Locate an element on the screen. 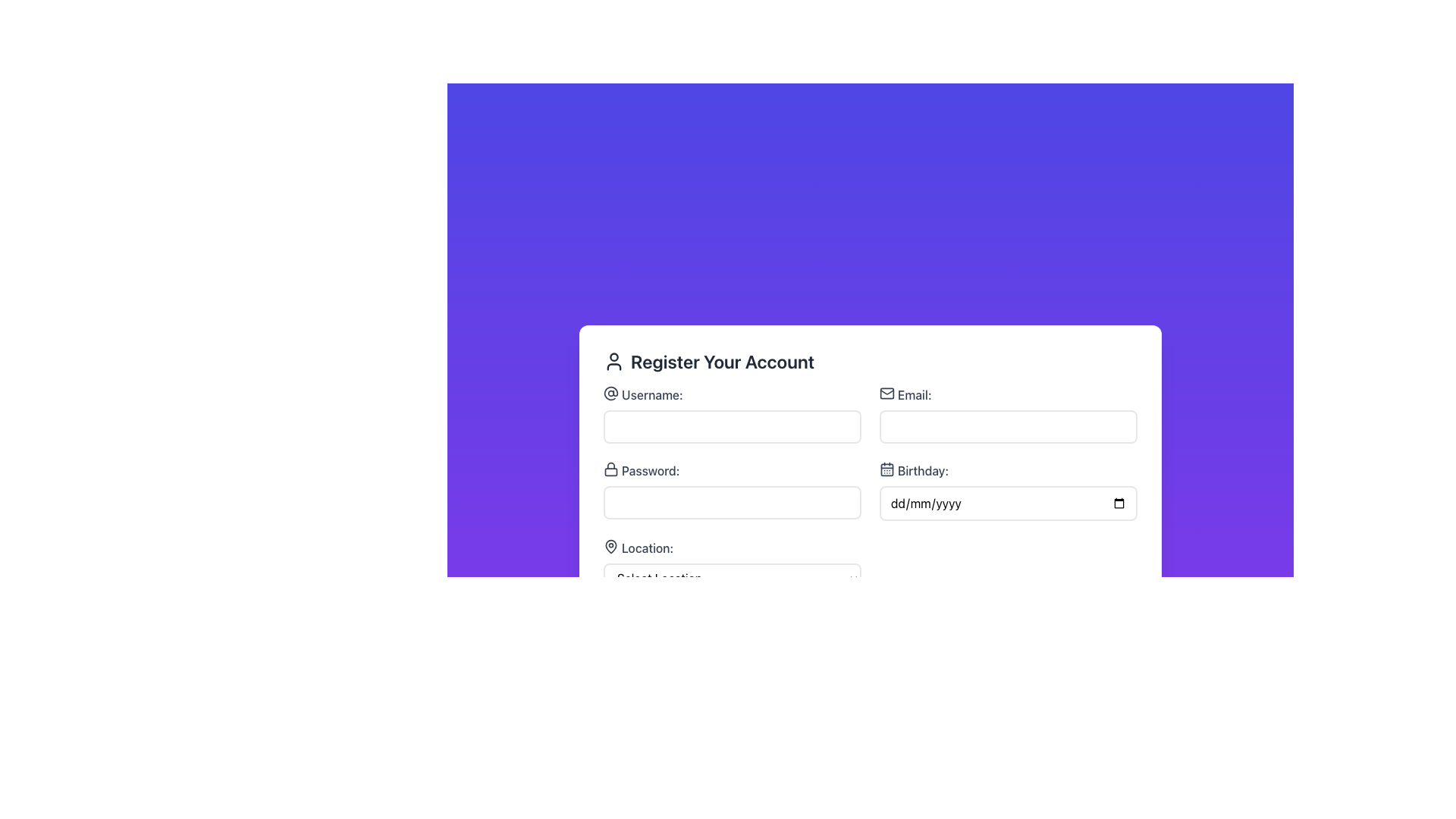 Image resolution: width=1456 pixels, height=819 pixels. the lock icon, which indicates that the associated 'Password' field is for entering a secure and private value is located at coordinates (611, 468).